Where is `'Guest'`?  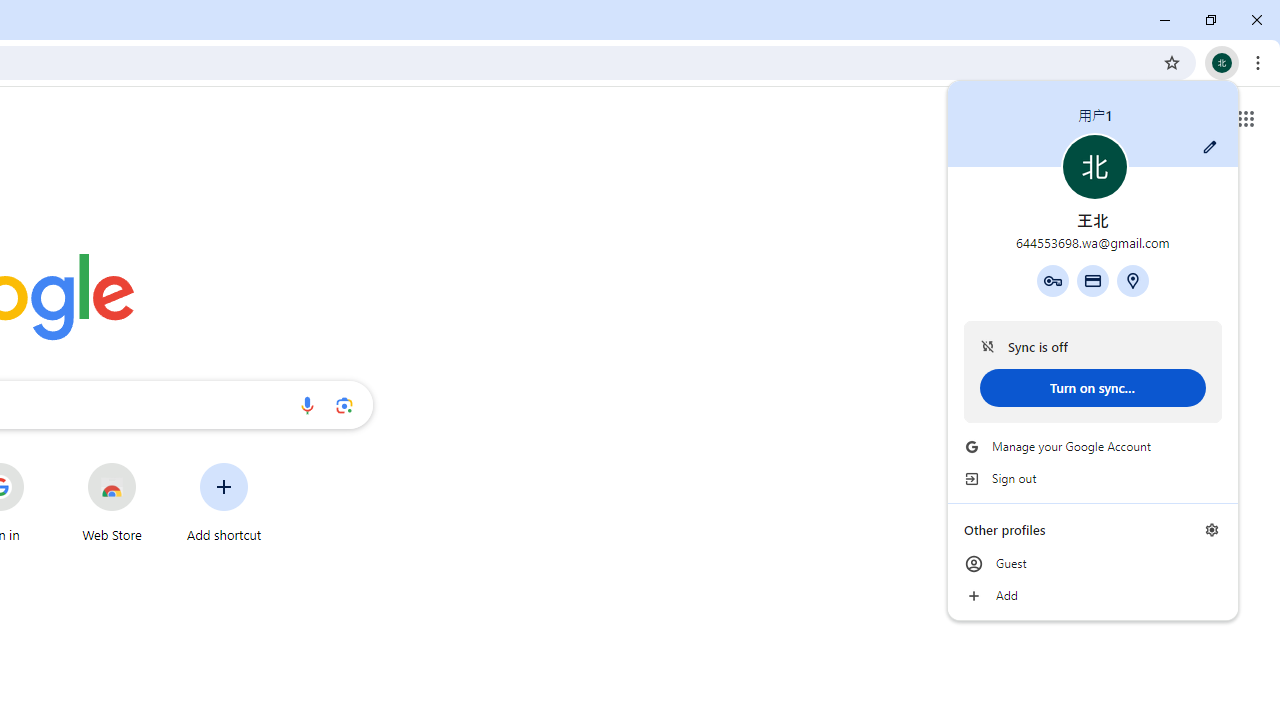 'Guest' is located at coordinates (1092, 564).